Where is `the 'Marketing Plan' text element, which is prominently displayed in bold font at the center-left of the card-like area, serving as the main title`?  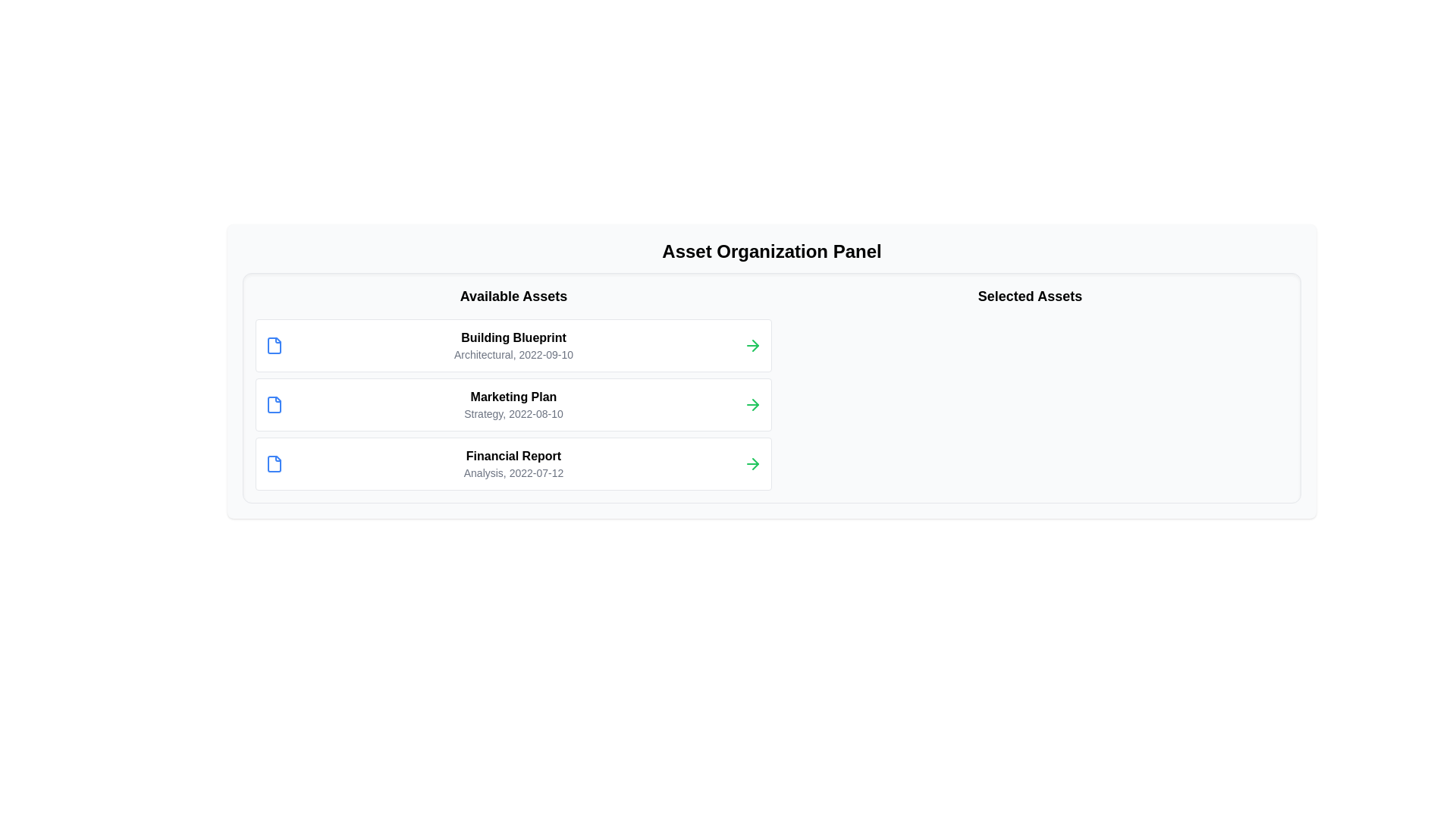 the 'Marketing Plan' text element, which is prominently displayed in bold font at the center-left of the card-like area, serving as the main title is located at coordinates (513, 397).